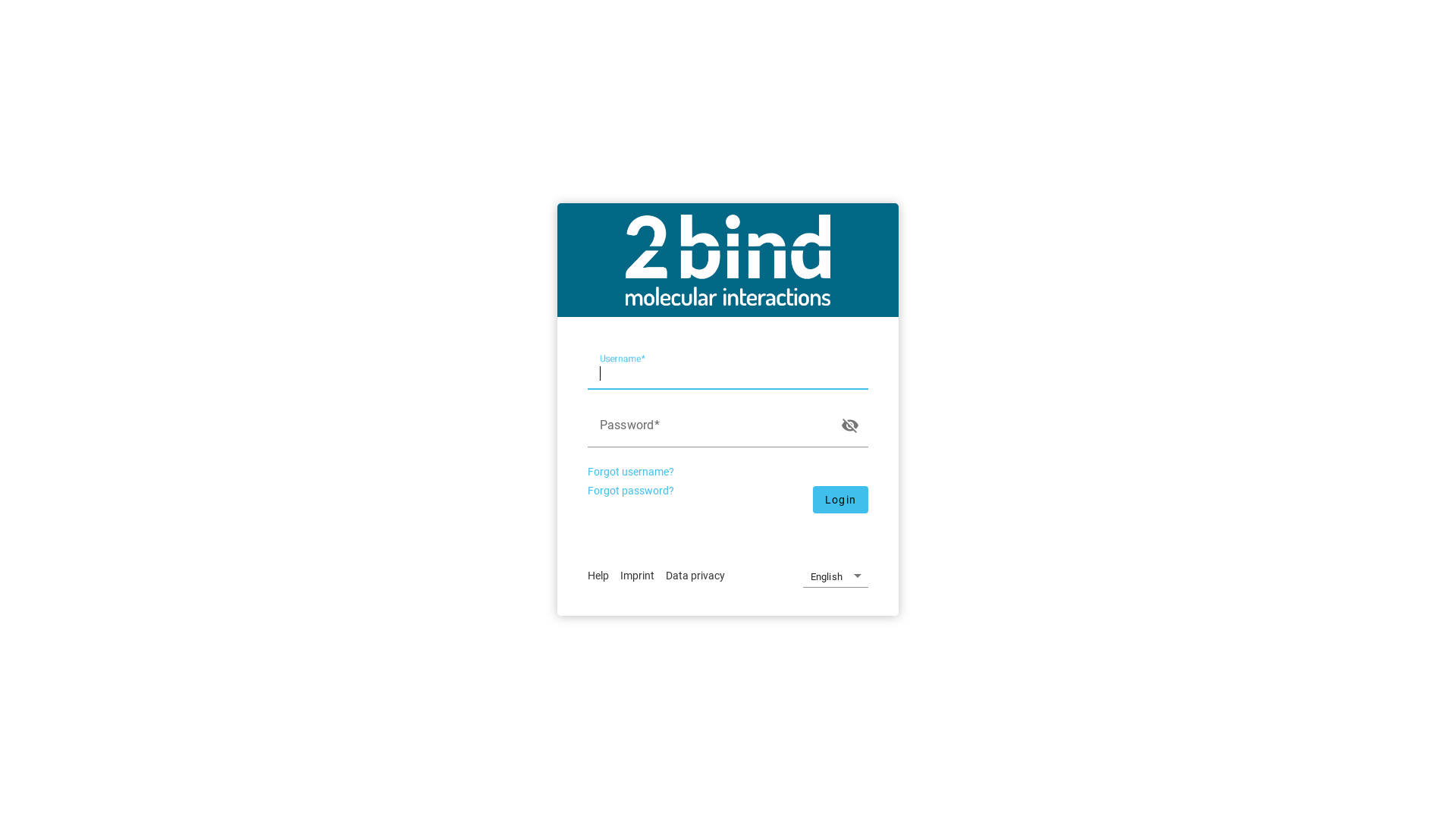 This screenshot has width=1456, height=819. What do you see at coordinates (850, 421) in the screenshot?
I see `'visibility_off'` at bounding box center [850, 421].